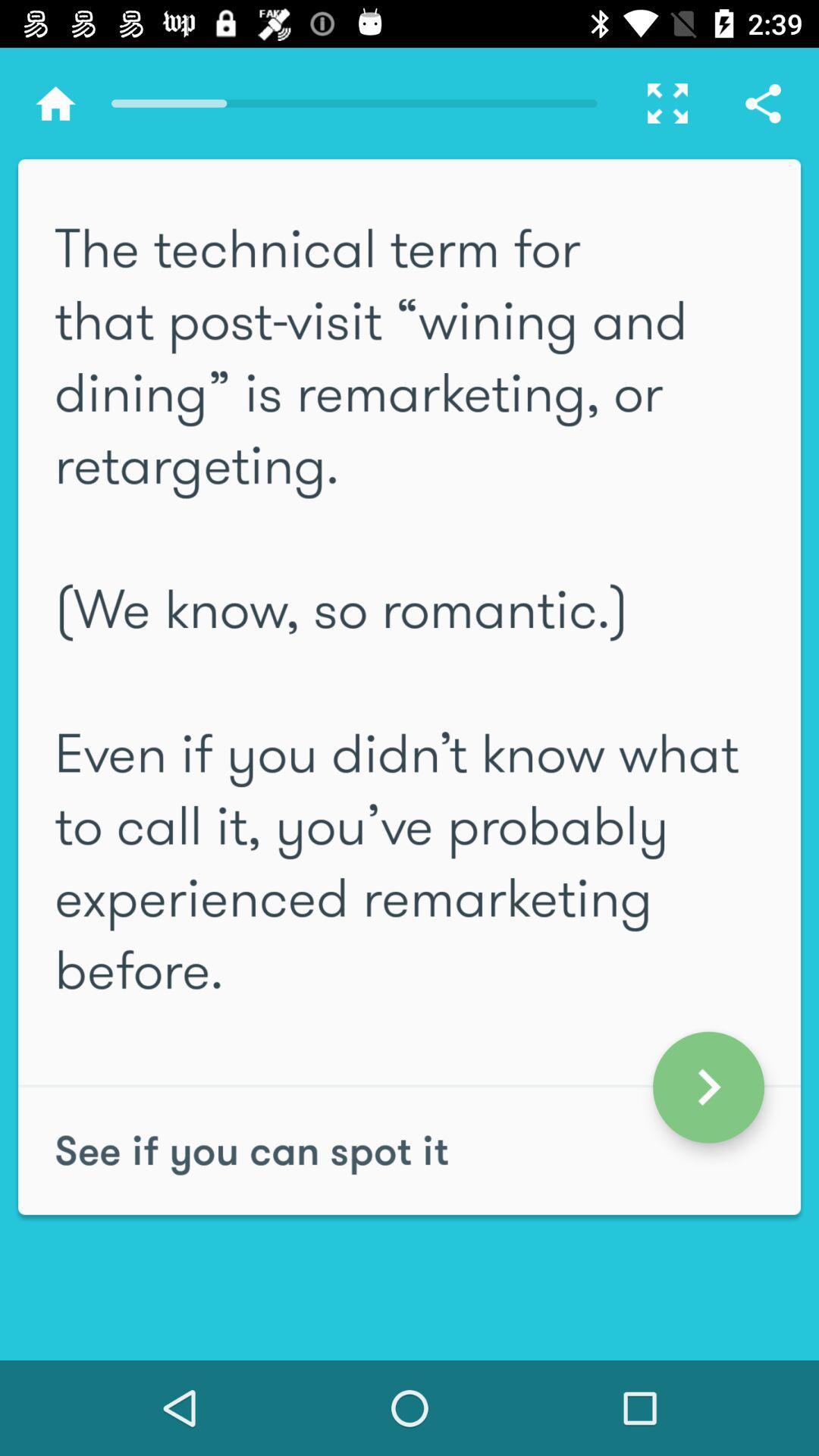 The width and height of the screenshot is (819, 1456). What do you see at coordinates (708, 1087) in the screenshot?
I see `the arrow_forward icon` at bounding box center [708, 1087].